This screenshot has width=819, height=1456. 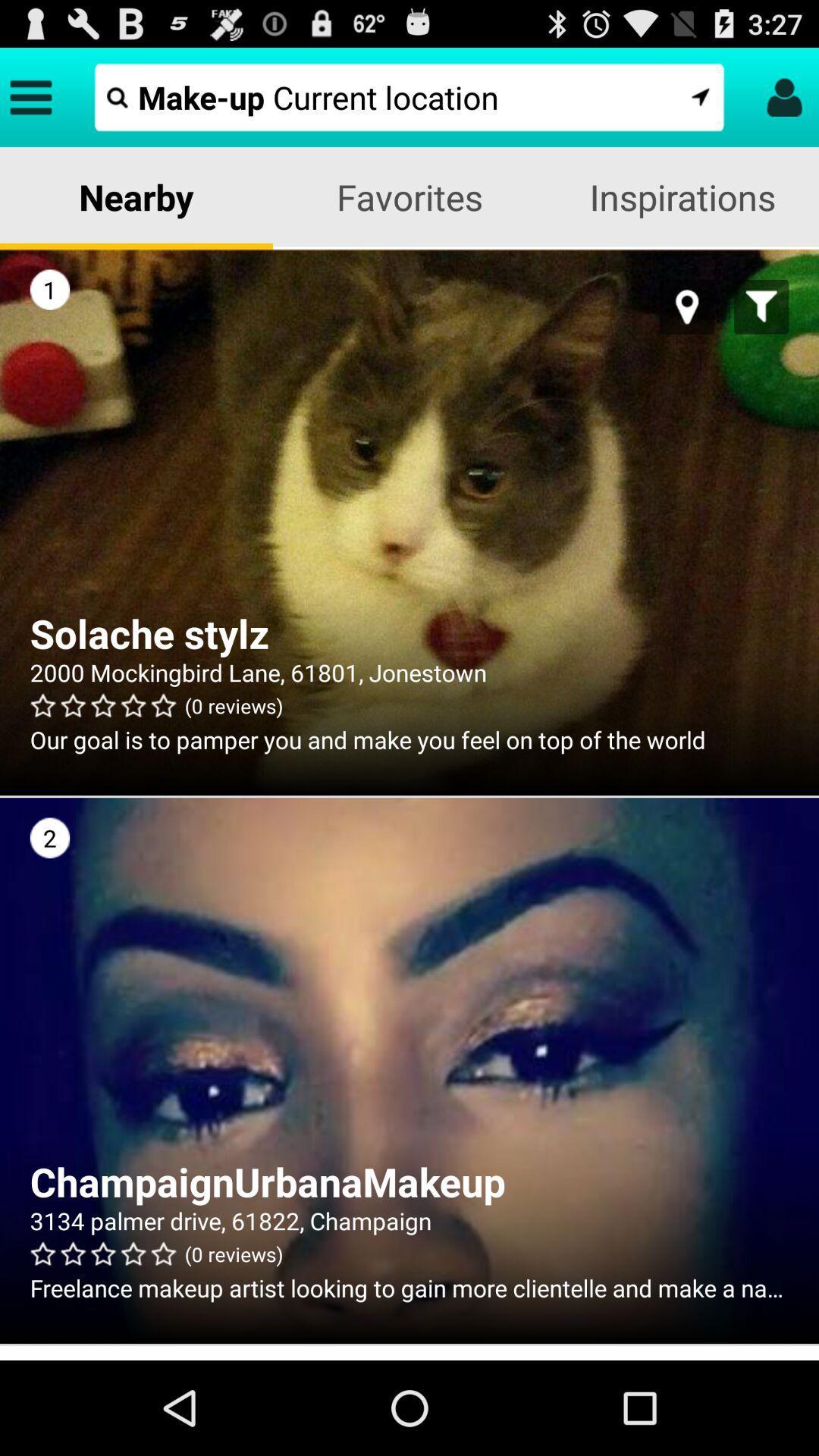 I want to click on the item below the 2, so click(x=409, y=1181).